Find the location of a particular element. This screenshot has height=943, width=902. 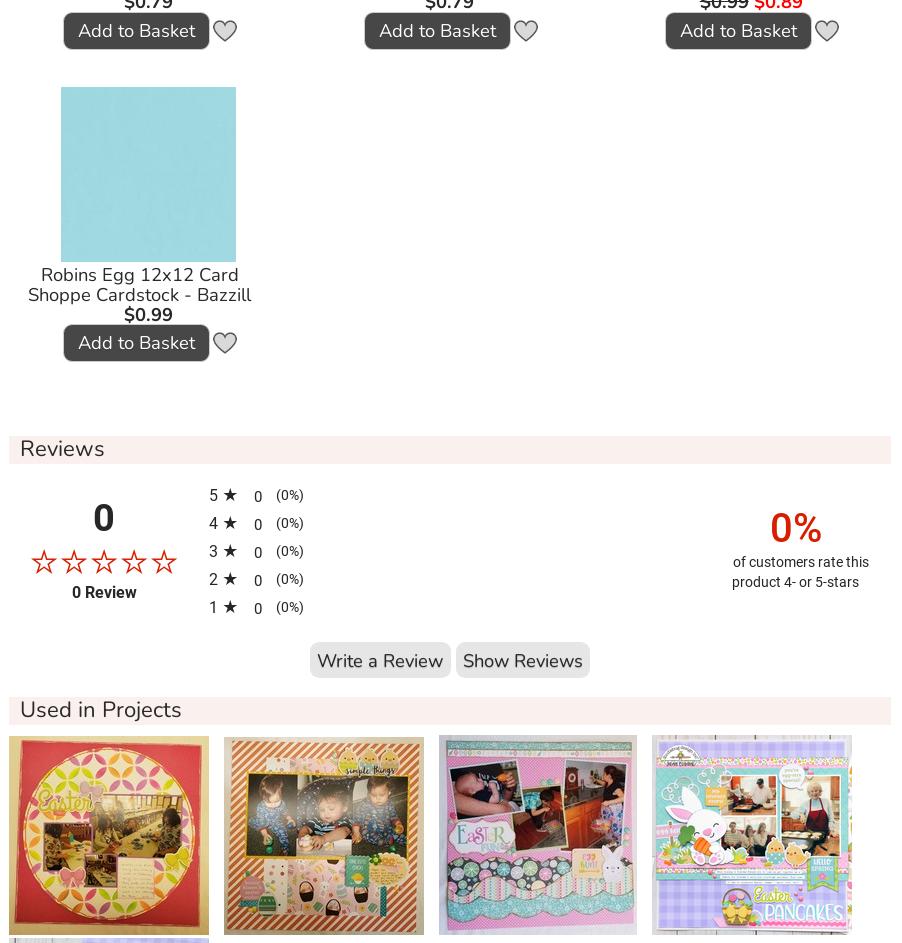

'0%' is located at coordinates (767, 528).